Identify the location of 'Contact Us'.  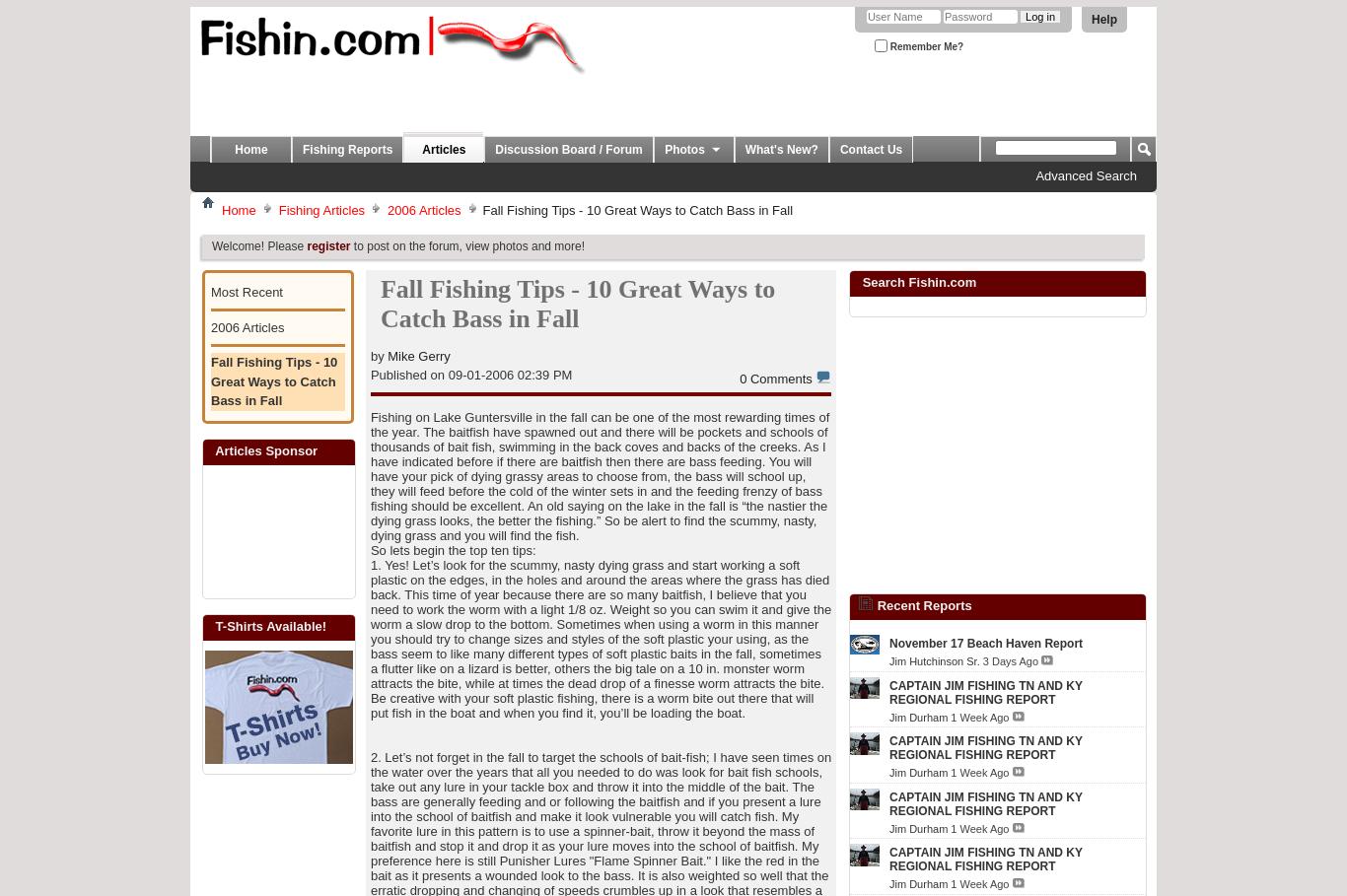
(869, 148).